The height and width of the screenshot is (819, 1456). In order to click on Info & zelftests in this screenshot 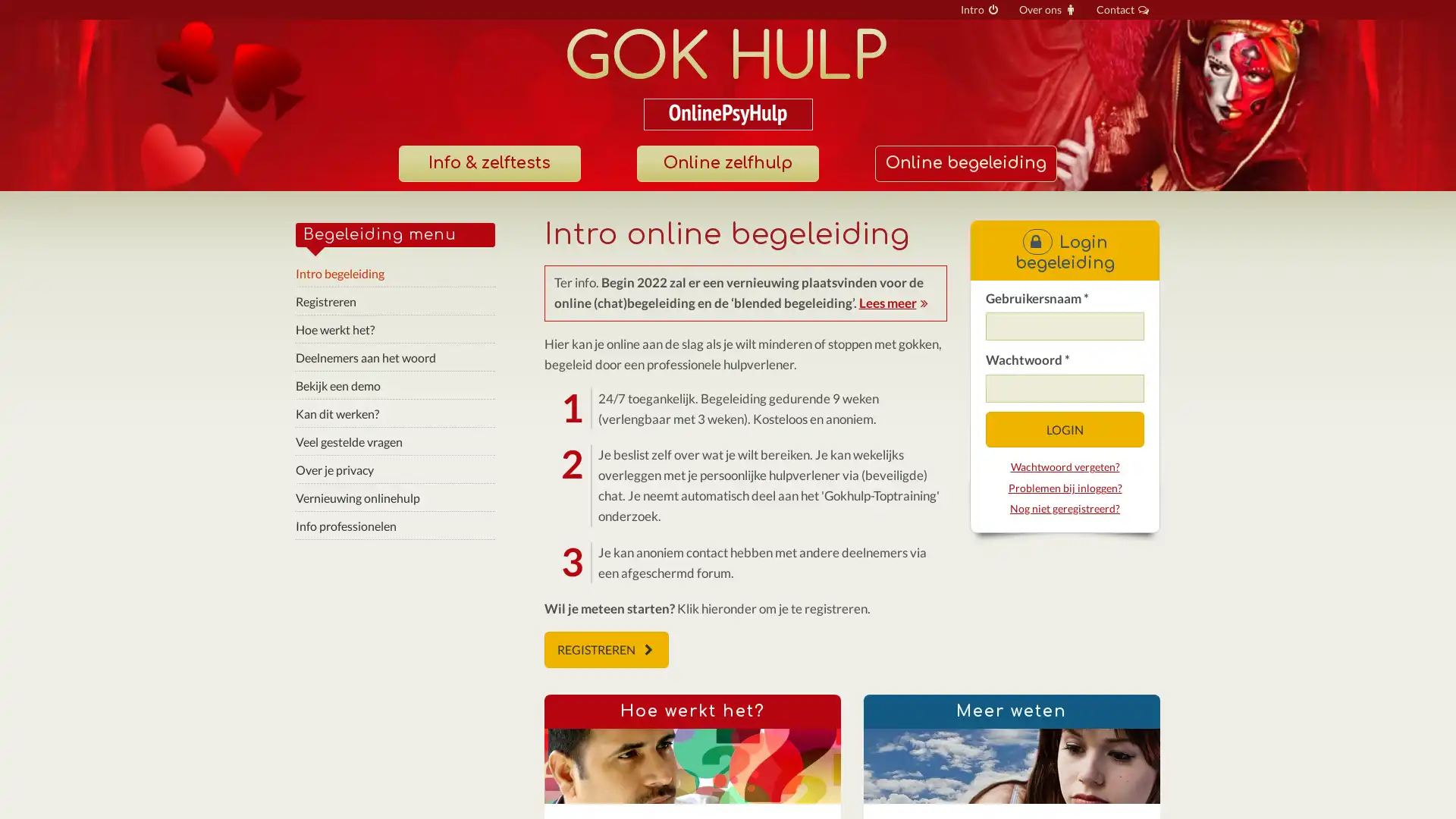, I will do `click(488, 163)`.